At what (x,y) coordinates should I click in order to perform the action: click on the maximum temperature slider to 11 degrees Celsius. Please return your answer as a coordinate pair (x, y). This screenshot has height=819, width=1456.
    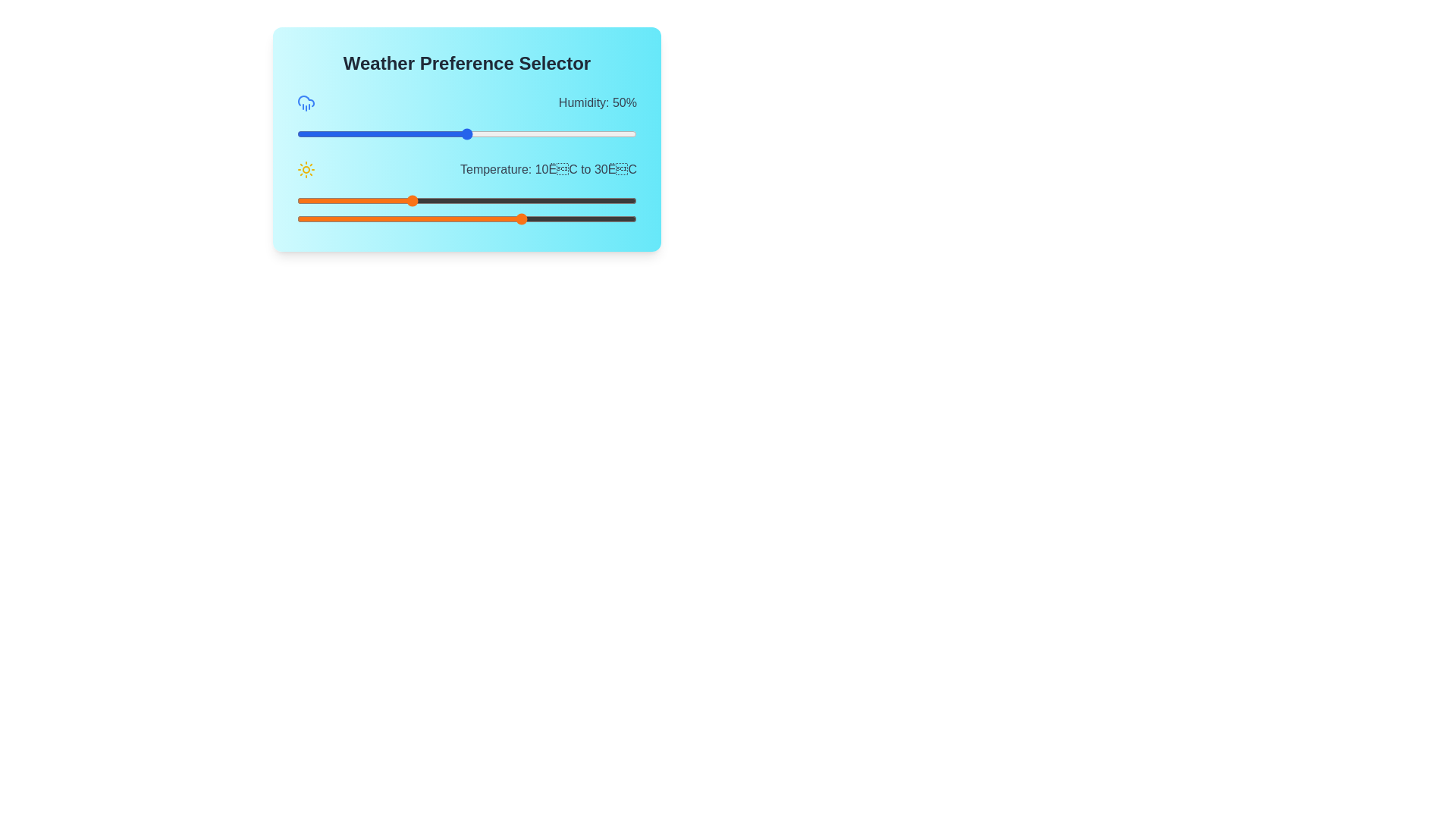
    Looking at the image, I should click on (416, 219).